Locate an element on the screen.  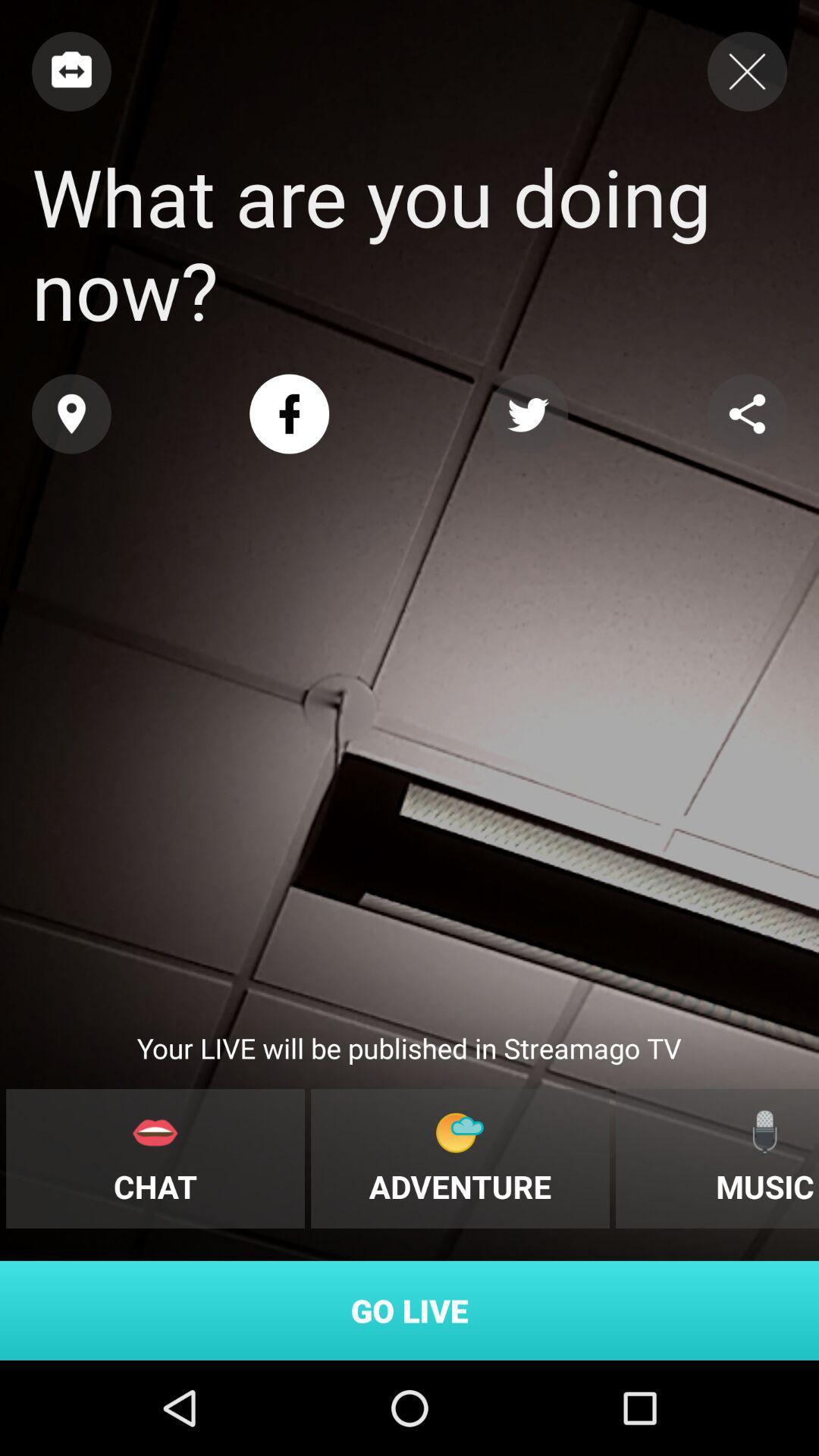
share on facebook is located at coordinates (289, 414).